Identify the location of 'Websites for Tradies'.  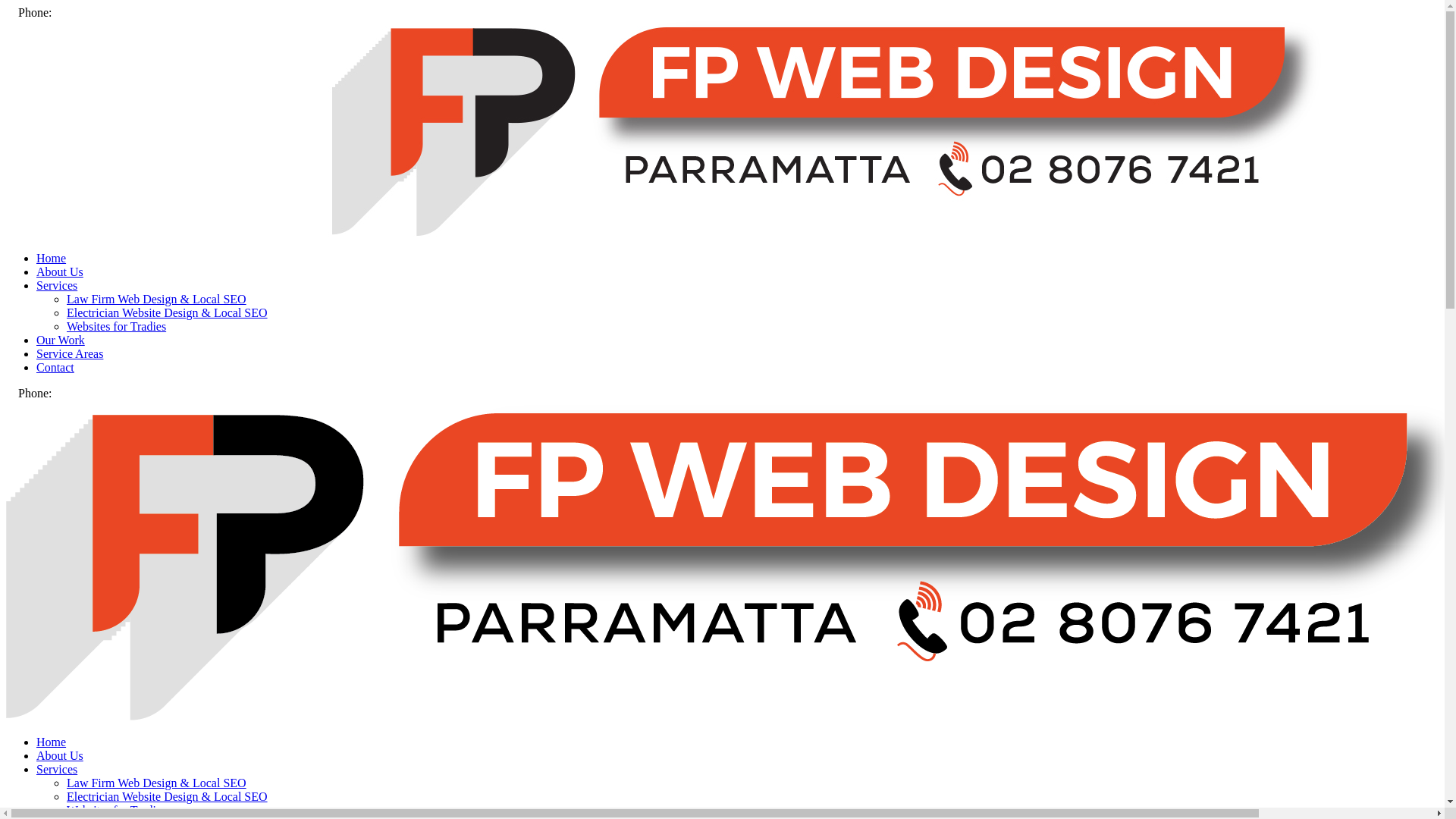
(115, 325).